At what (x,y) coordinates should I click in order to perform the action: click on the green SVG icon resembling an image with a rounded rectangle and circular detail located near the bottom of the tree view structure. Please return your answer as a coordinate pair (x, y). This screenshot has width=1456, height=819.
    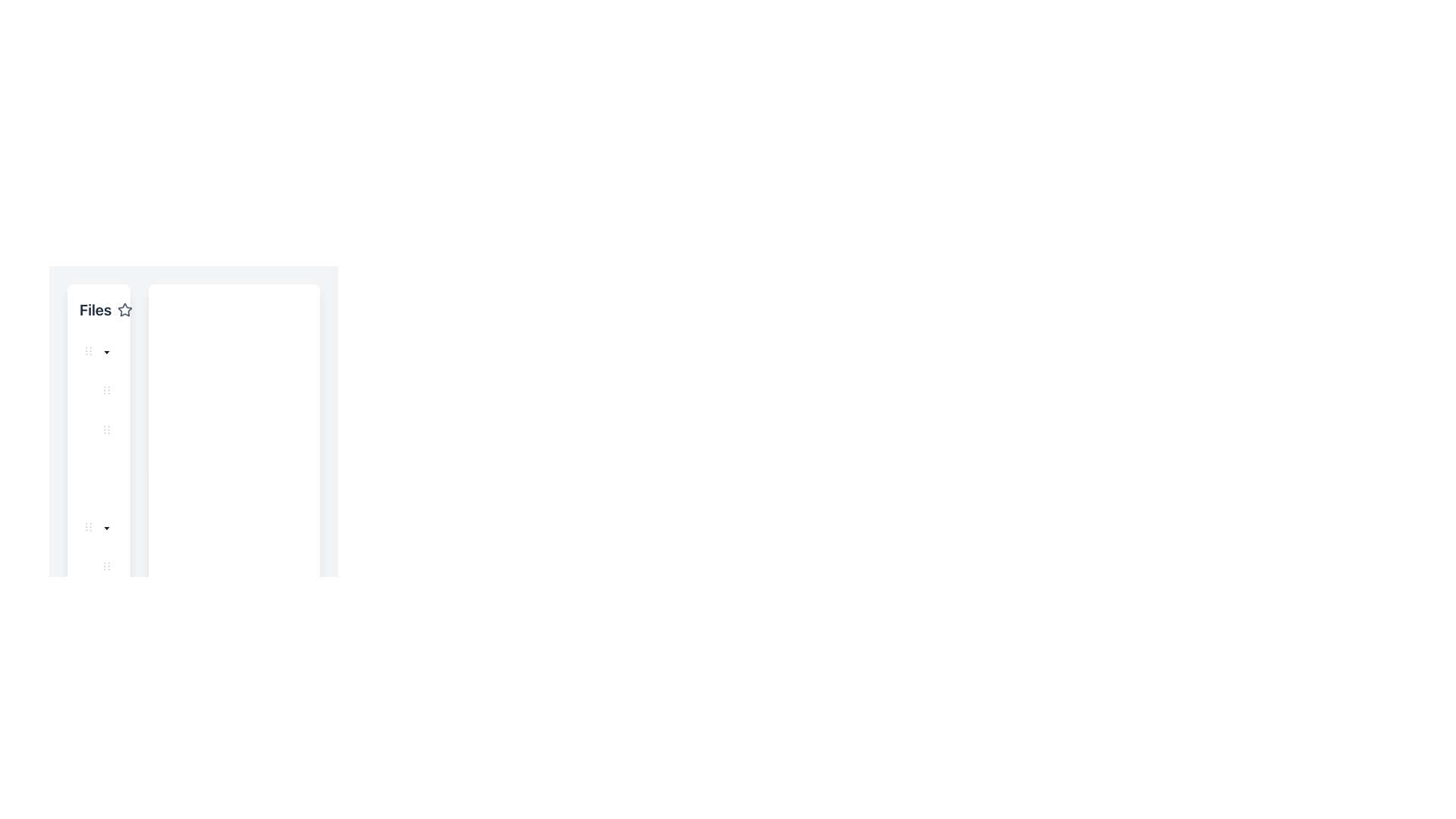
    Looking at the image, I should click on (179, 563).